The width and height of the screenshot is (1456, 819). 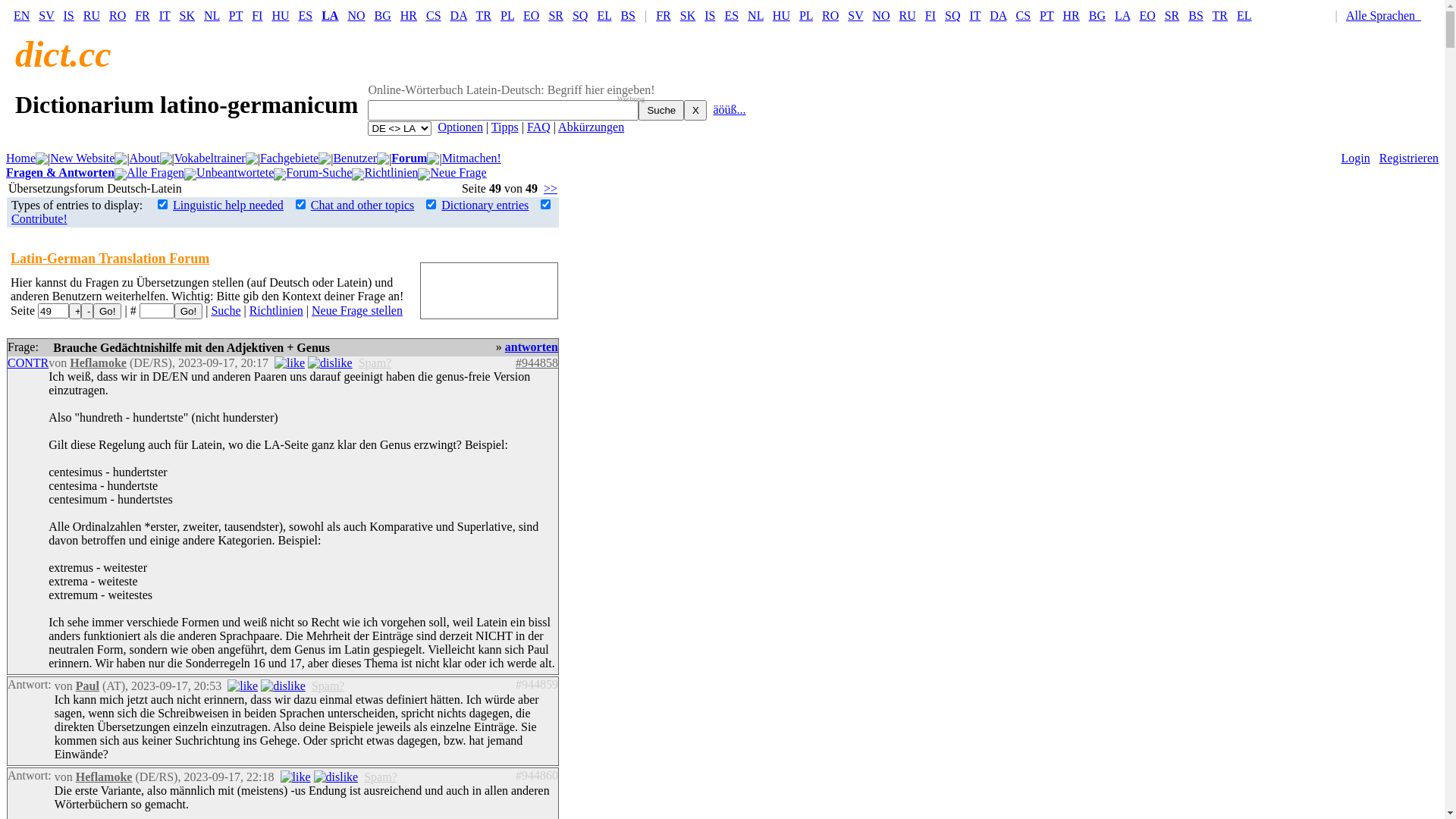 I want to click on 'Benutzer', so click(x=353, y=158).